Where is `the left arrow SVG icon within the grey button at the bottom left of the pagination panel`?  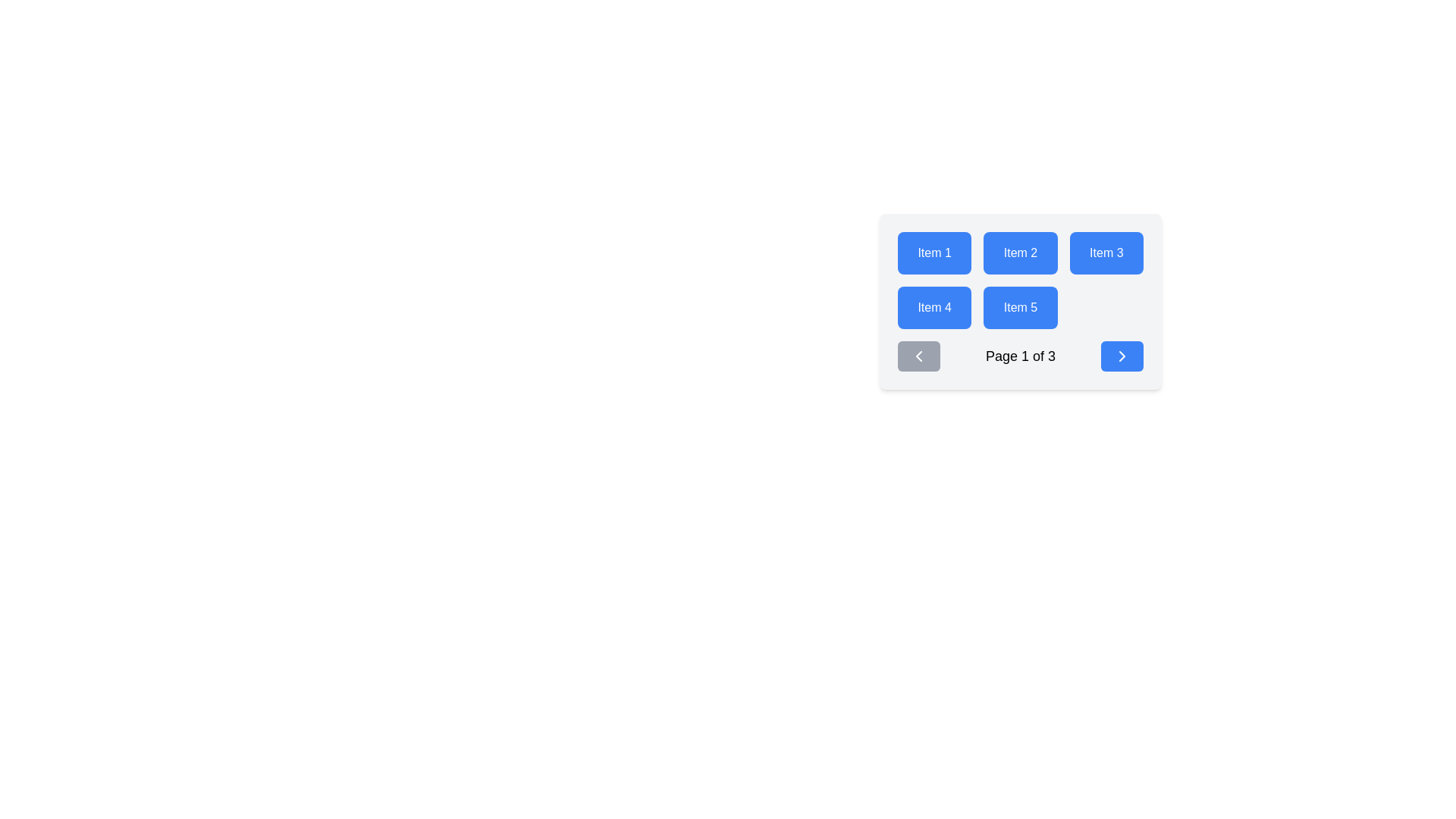 the left arrow SVG icon within the grey button at the bottom left of the pagination panel is located at coordinates (918, 356).